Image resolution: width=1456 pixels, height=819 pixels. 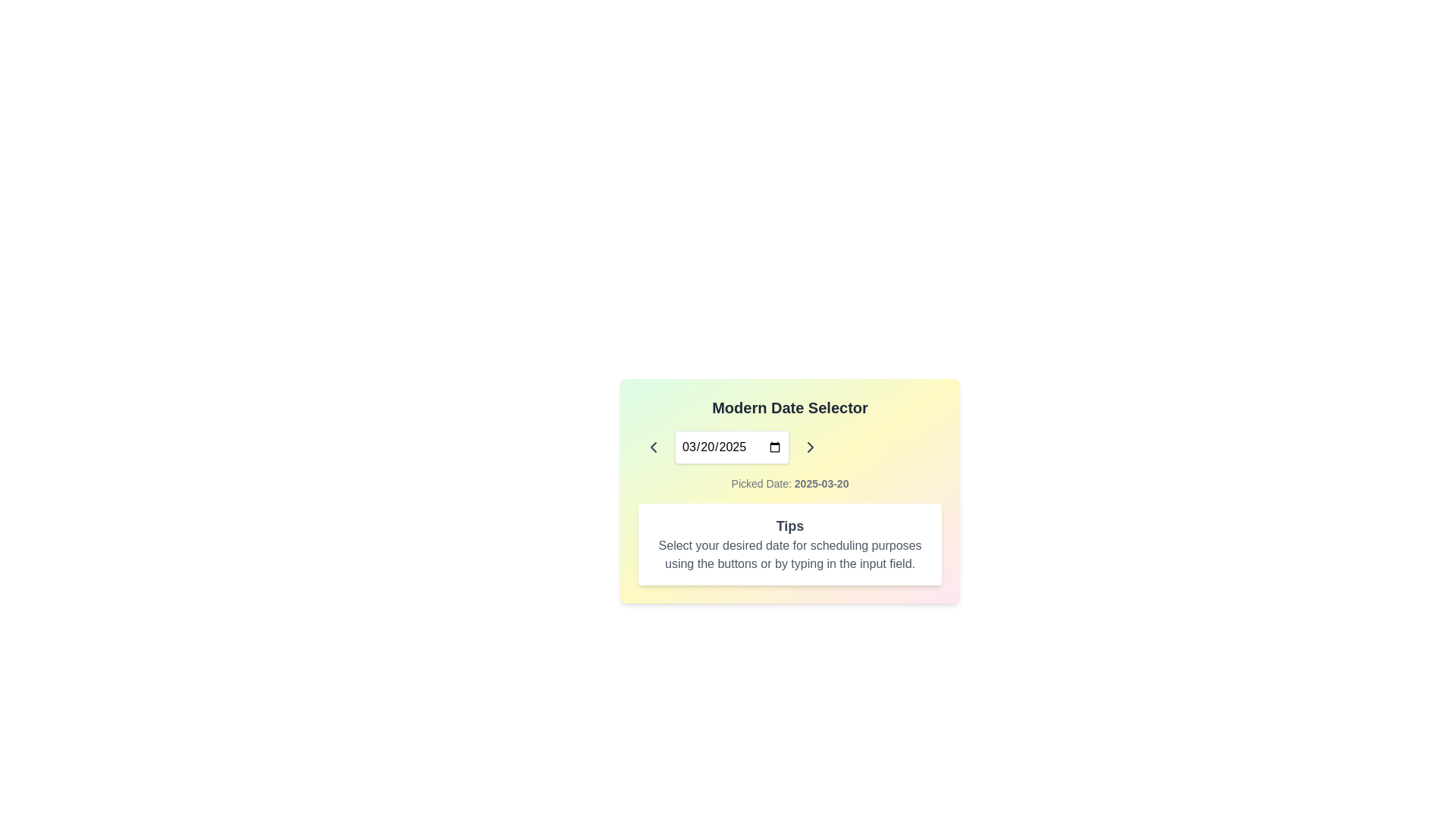 What do you see at coordinates (789, 483) in the screenshot?
I see `the Static Text displaying the selected date '03/20/2025', located below the input field and above the 'Tips' section in the 'Modern Date Selector' card` at bounding box center [789, 483].